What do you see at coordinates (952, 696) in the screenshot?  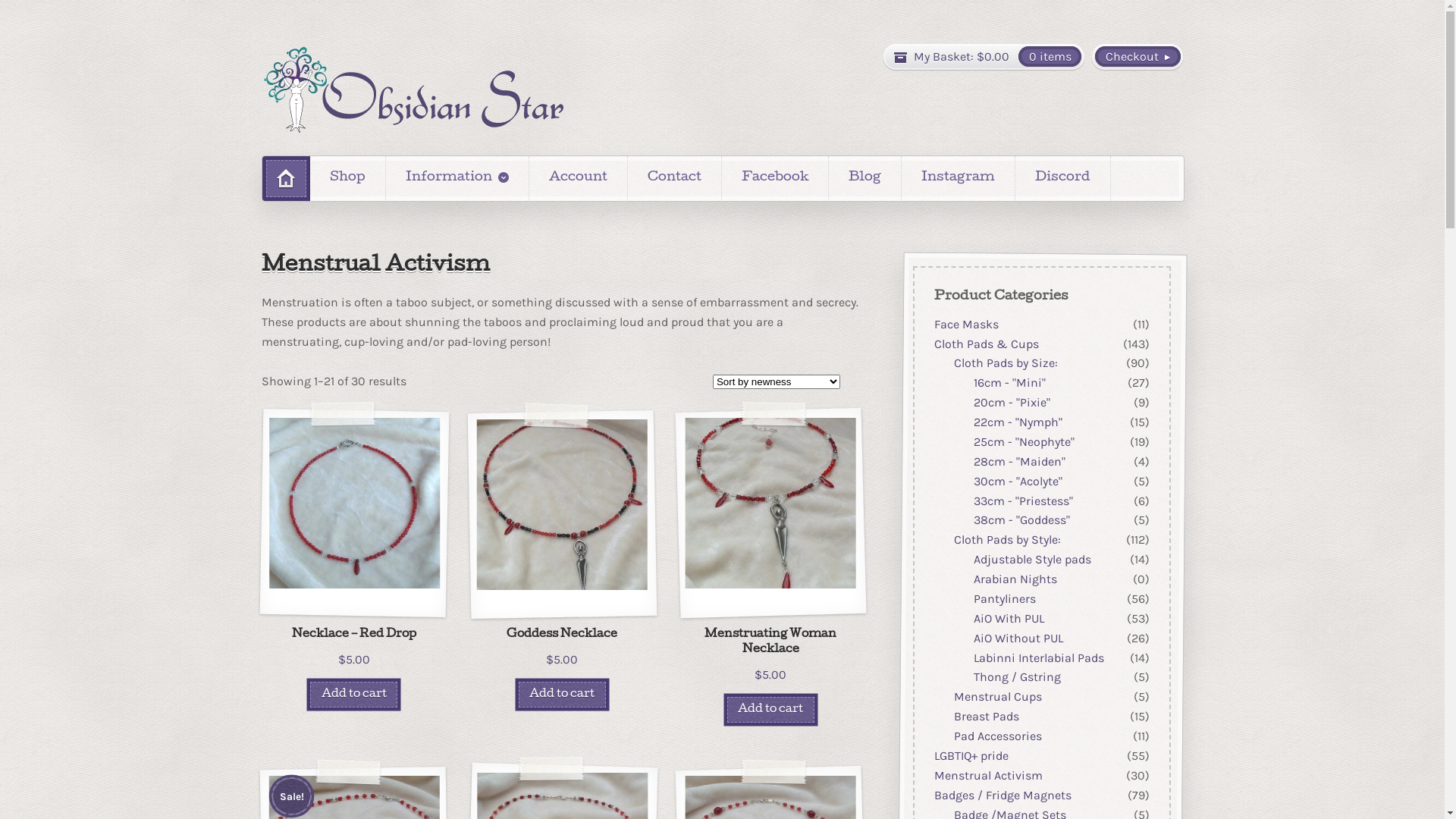 I see `'Menstrual Cups'` at bounding box center [952, 696].